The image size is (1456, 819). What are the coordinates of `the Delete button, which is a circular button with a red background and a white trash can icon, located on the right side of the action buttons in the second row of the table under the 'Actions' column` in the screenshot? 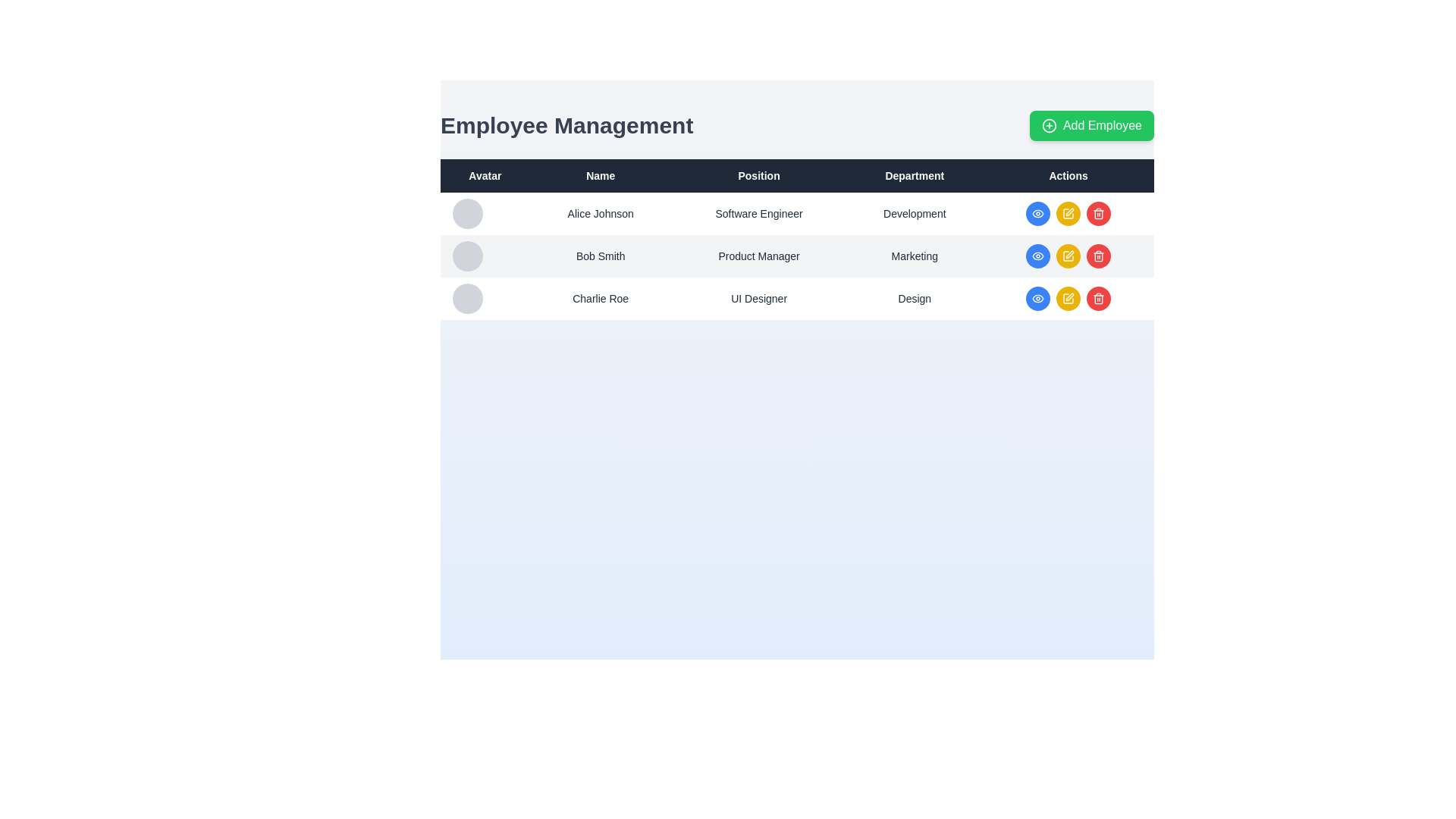 It's located at (1099, 256).